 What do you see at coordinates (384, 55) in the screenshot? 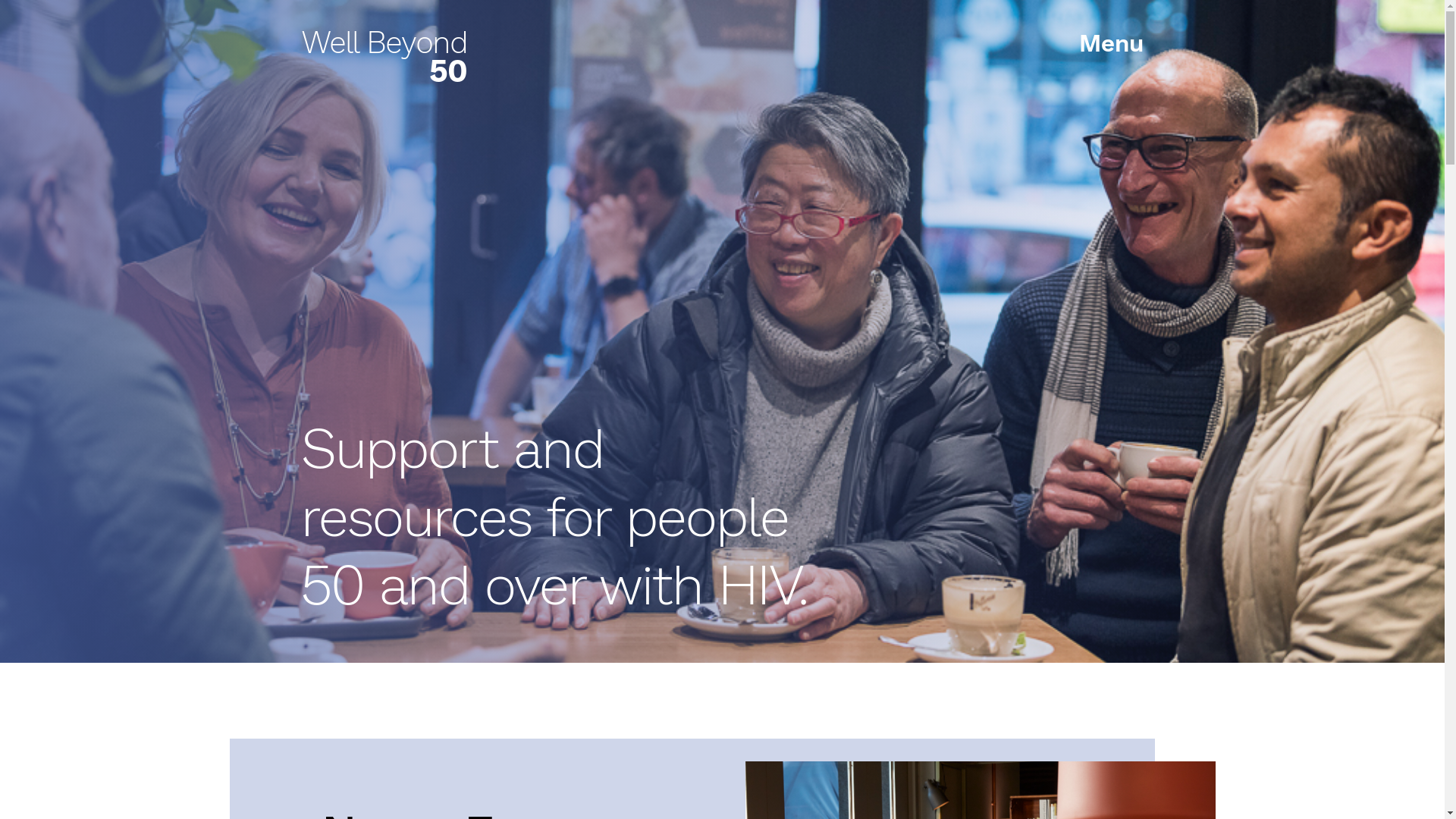
I see `'Well Beyond` at bounding box center [384, 55].